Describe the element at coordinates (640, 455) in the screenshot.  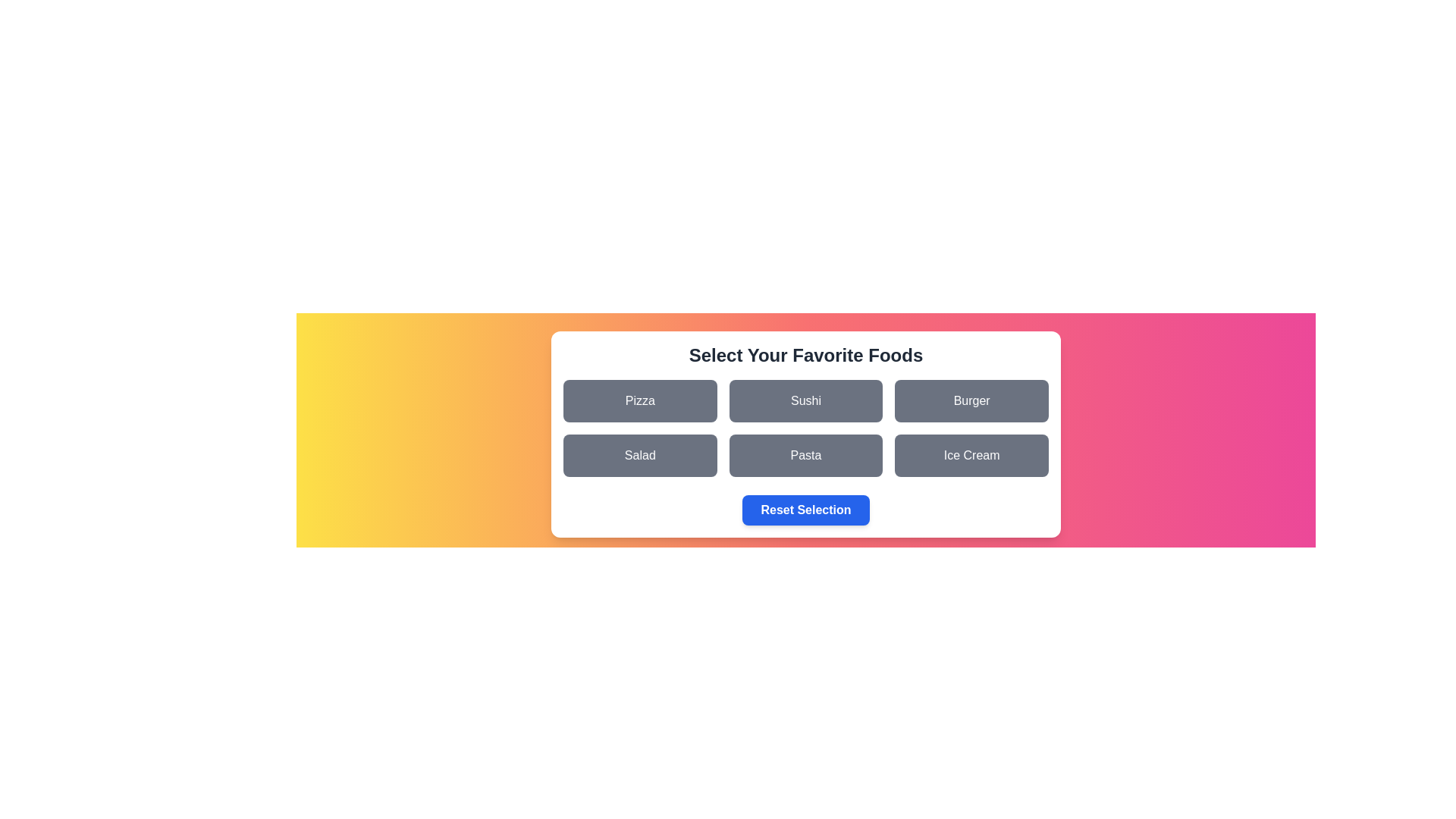
I see `the food item Salad to observe the hover effect` at that location.